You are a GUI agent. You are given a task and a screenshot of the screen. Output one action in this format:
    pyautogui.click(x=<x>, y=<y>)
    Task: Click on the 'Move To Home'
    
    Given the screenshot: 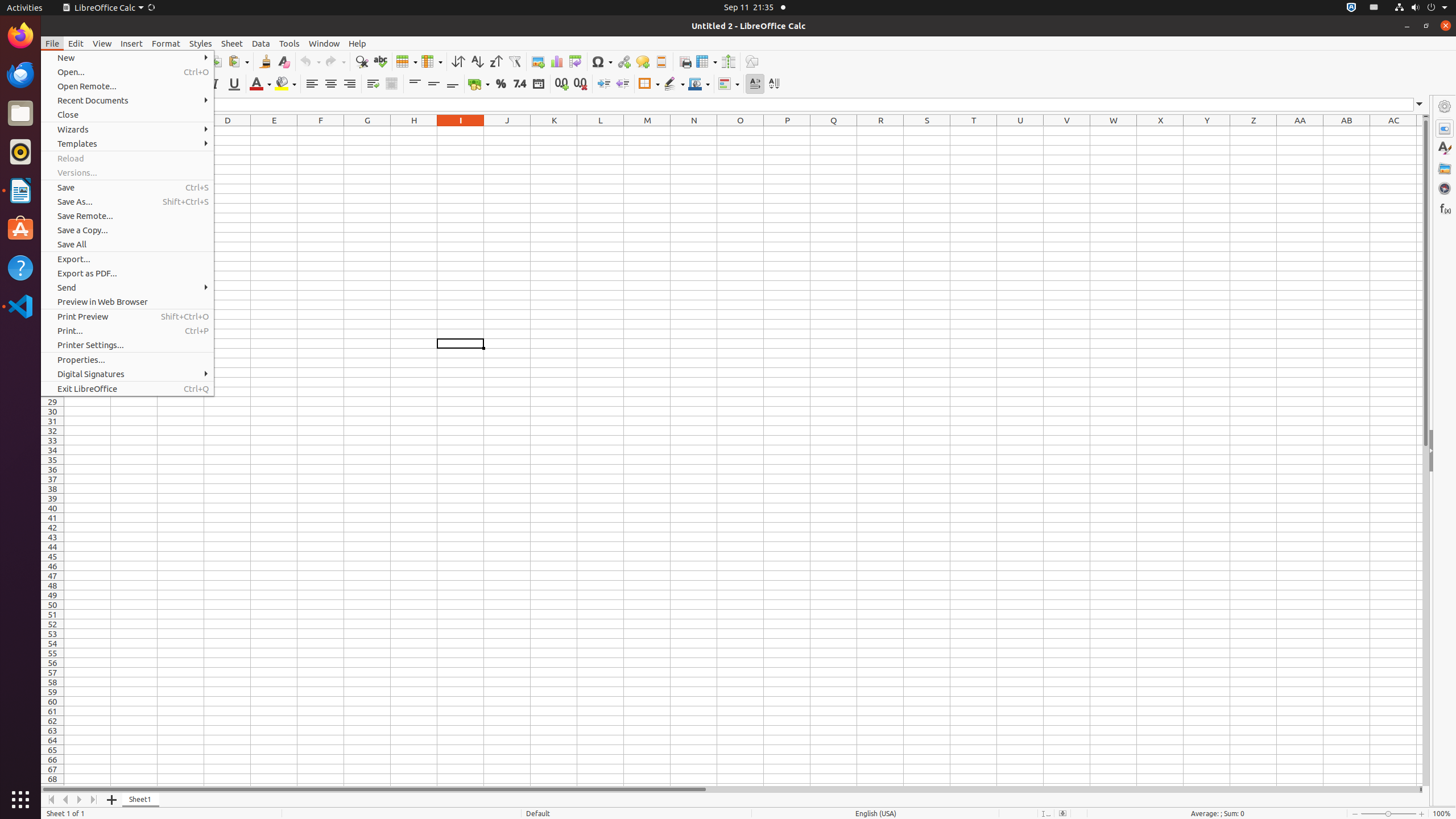 What is the action you would take?
    pyautogui.click(x=51, y=799)
    